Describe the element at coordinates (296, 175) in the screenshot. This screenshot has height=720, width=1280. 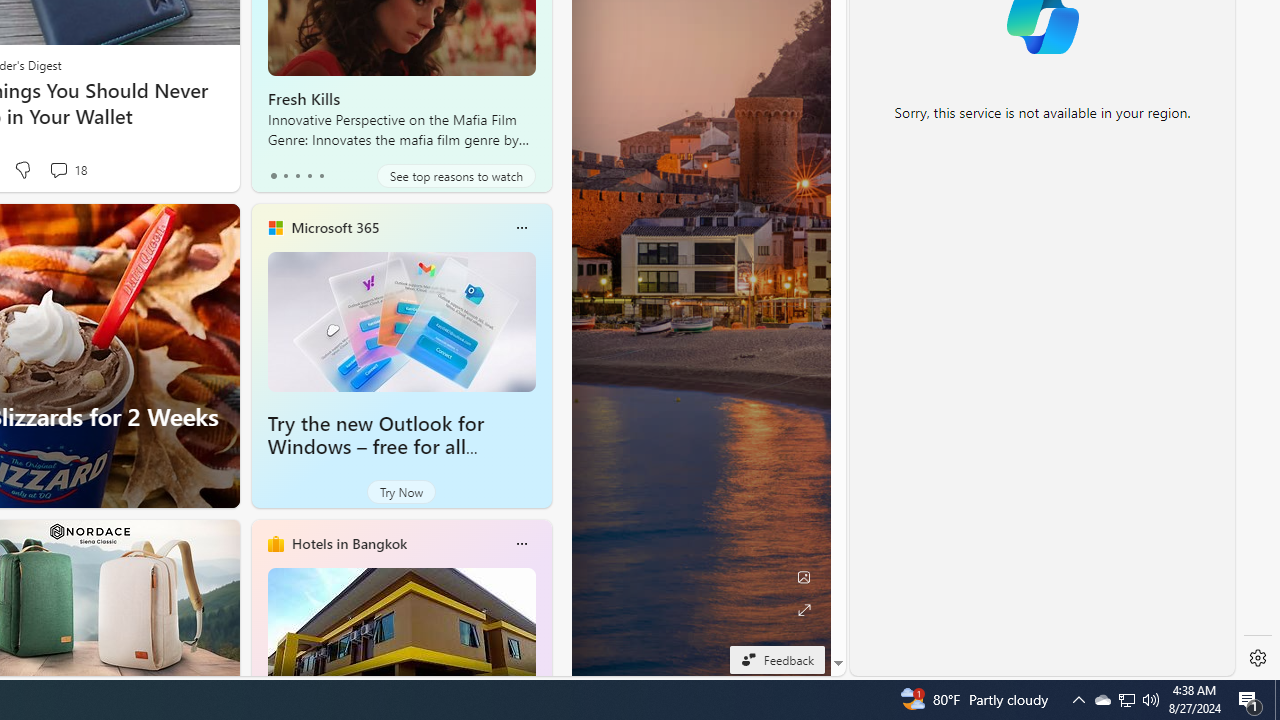
I see `'tab-2'` at that location.